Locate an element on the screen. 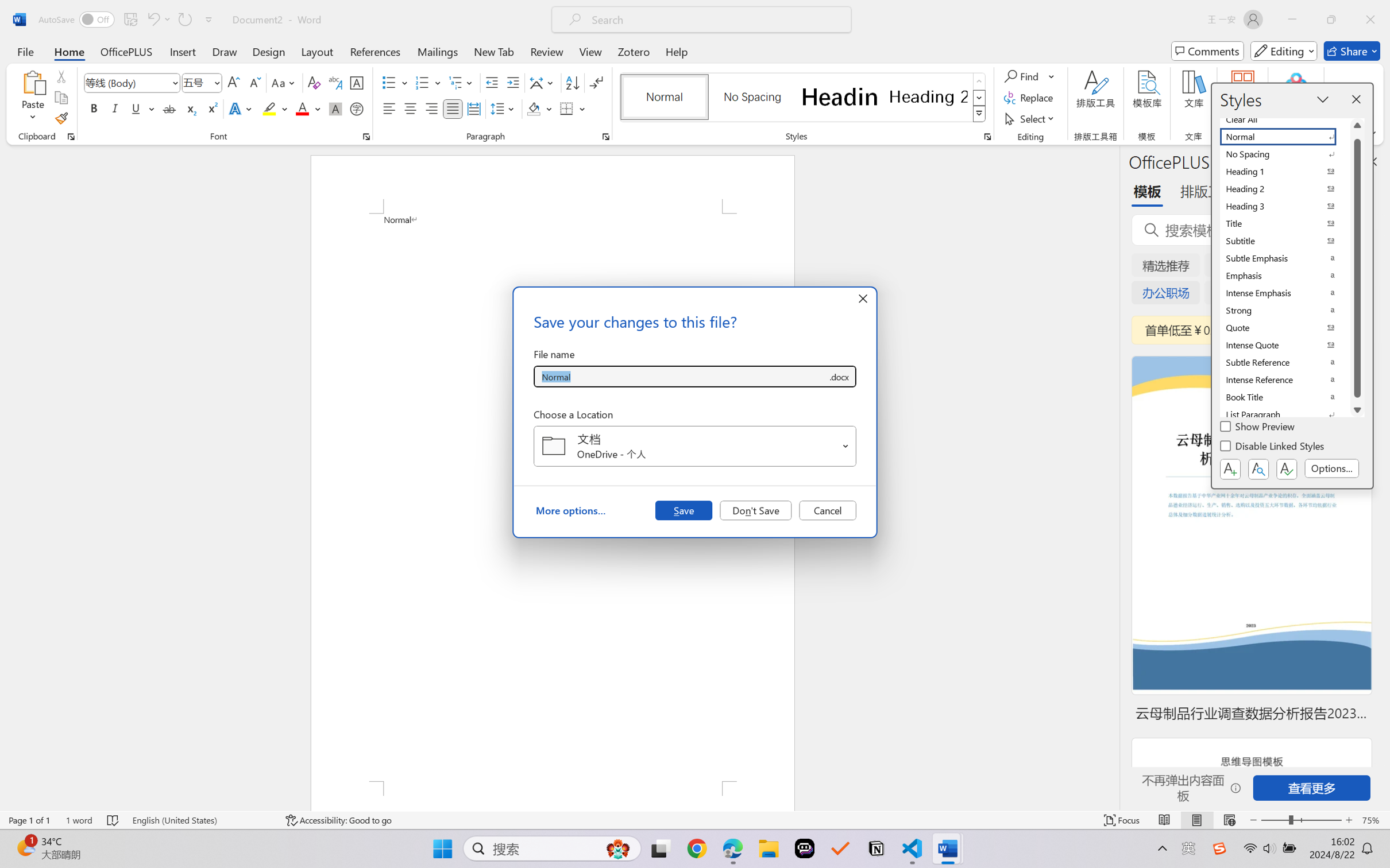 The height and width of the screenshot is (868, 1390). 'Share' is located at coordinates (1351, 51).